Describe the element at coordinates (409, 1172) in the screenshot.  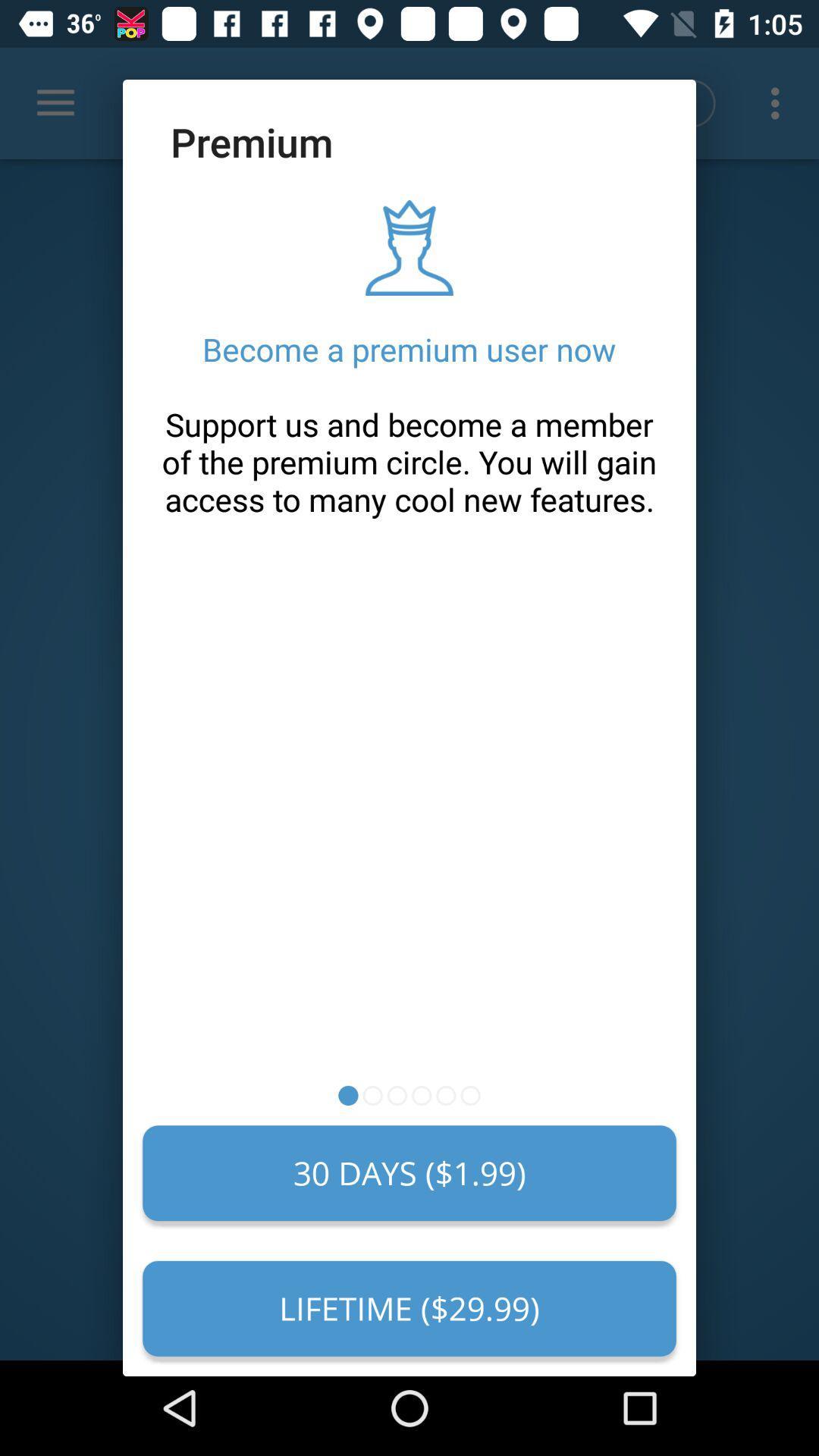
I see `icon above lifetime ($29.99)` at that location.